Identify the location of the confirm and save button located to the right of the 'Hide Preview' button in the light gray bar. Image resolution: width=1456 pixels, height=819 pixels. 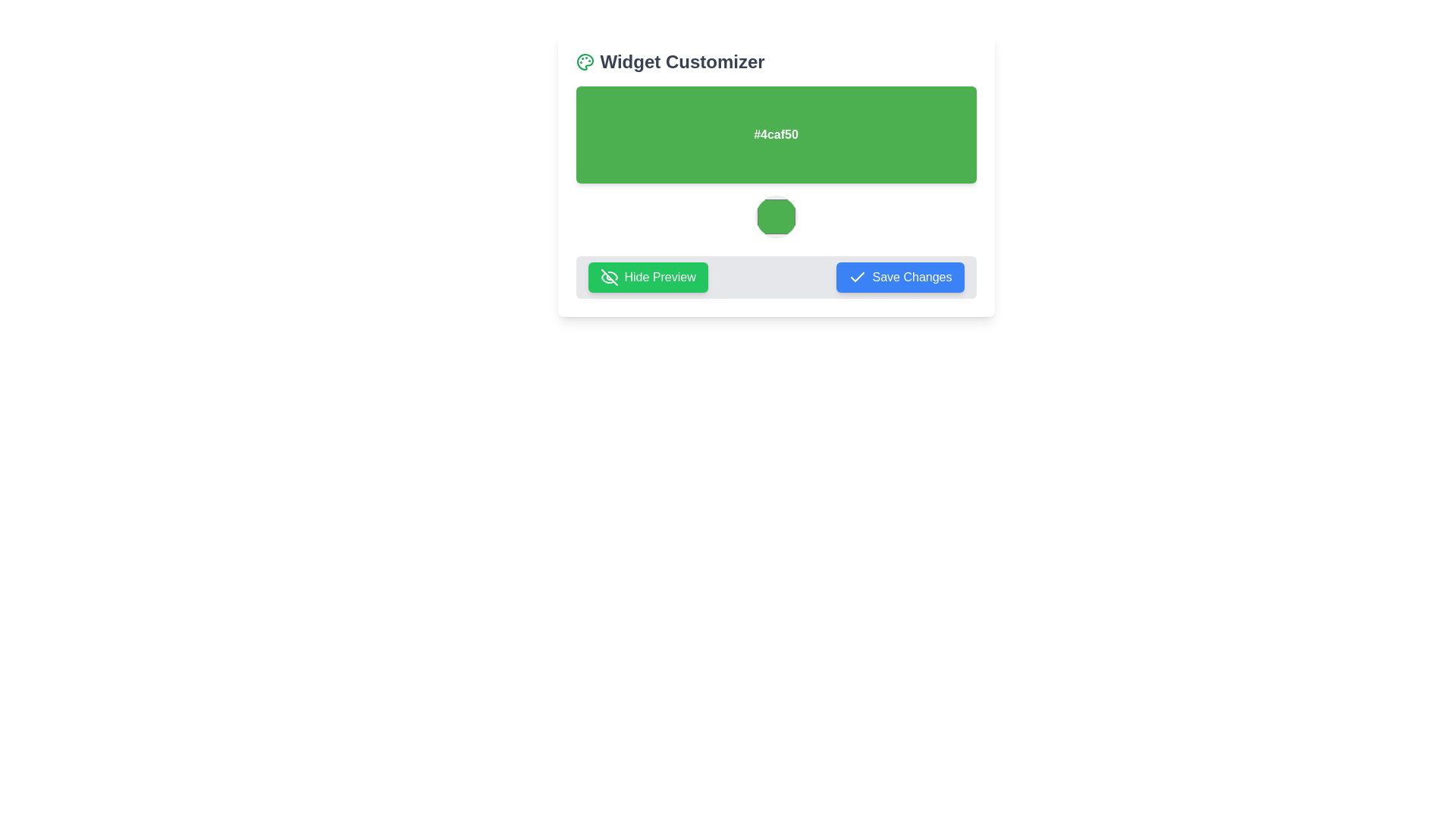
(899, 278).